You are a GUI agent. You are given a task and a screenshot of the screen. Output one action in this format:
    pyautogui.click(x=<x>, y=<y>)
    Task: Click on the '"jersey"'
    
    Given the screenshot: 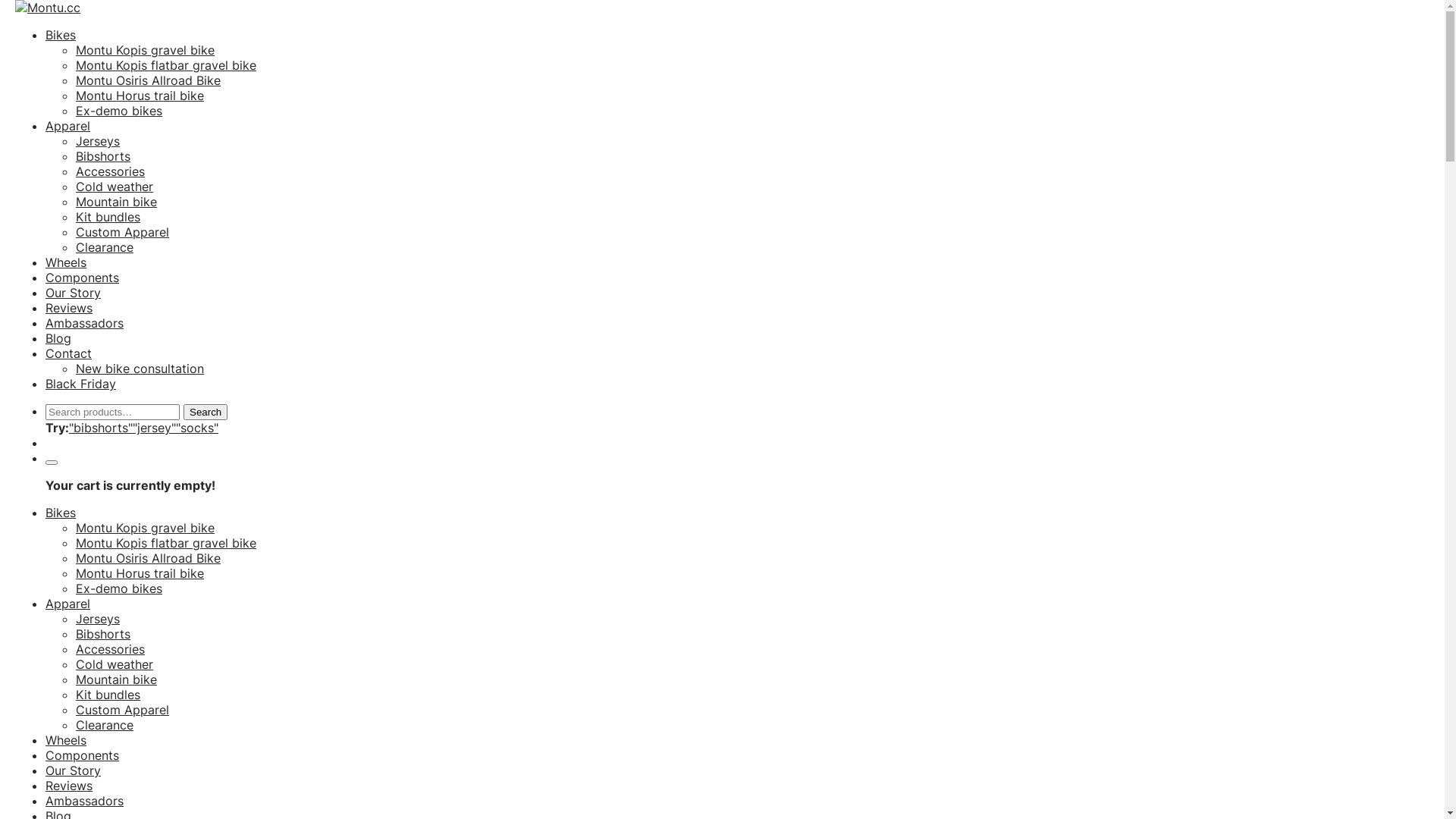 What is the action you would take?
    pyautogui.click(x=154, y=427)
    